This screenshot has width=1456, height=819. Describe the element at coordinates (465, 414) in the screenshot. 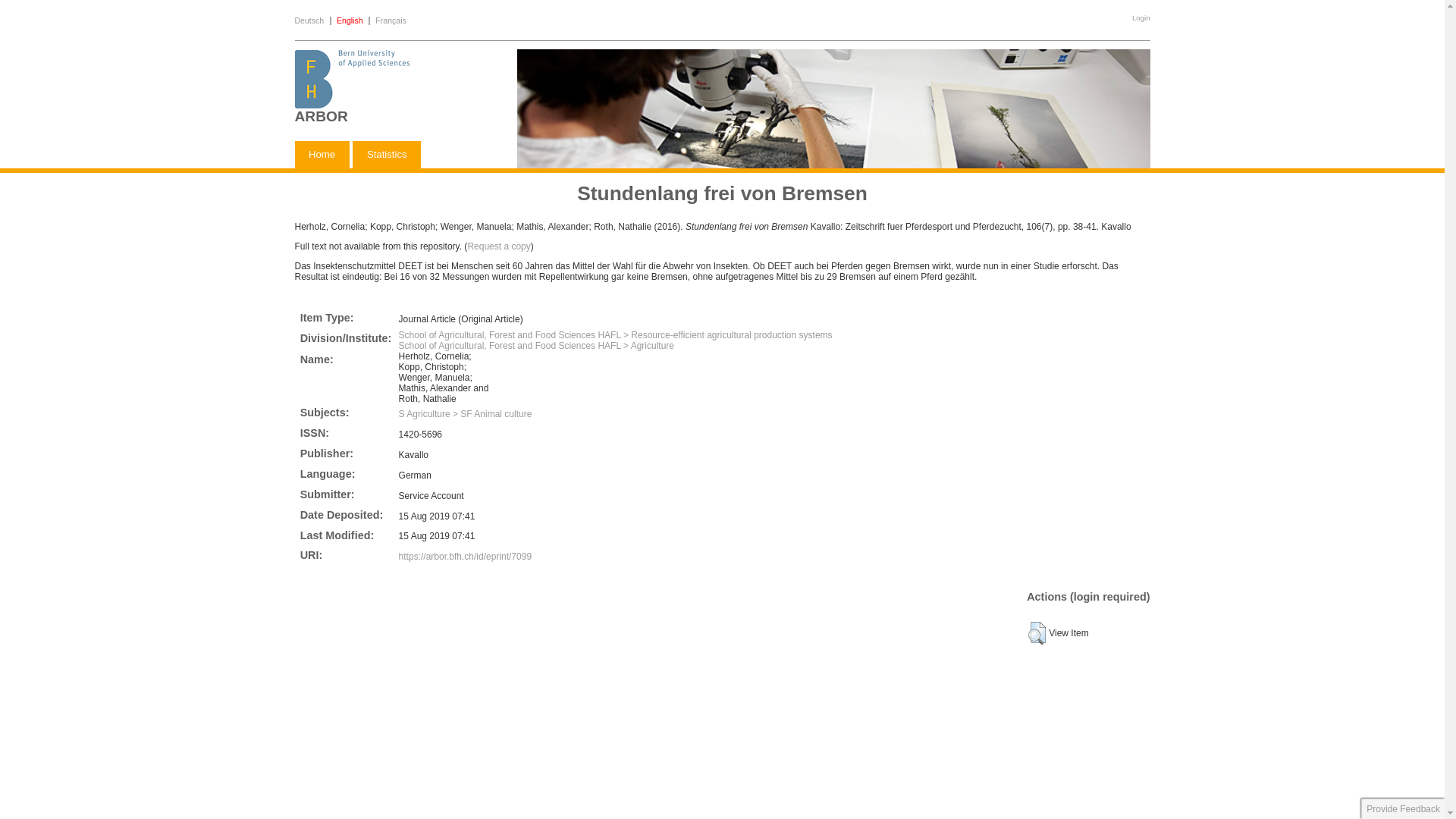

I see `'S Agriculture > SF Animal culture'` at that location.